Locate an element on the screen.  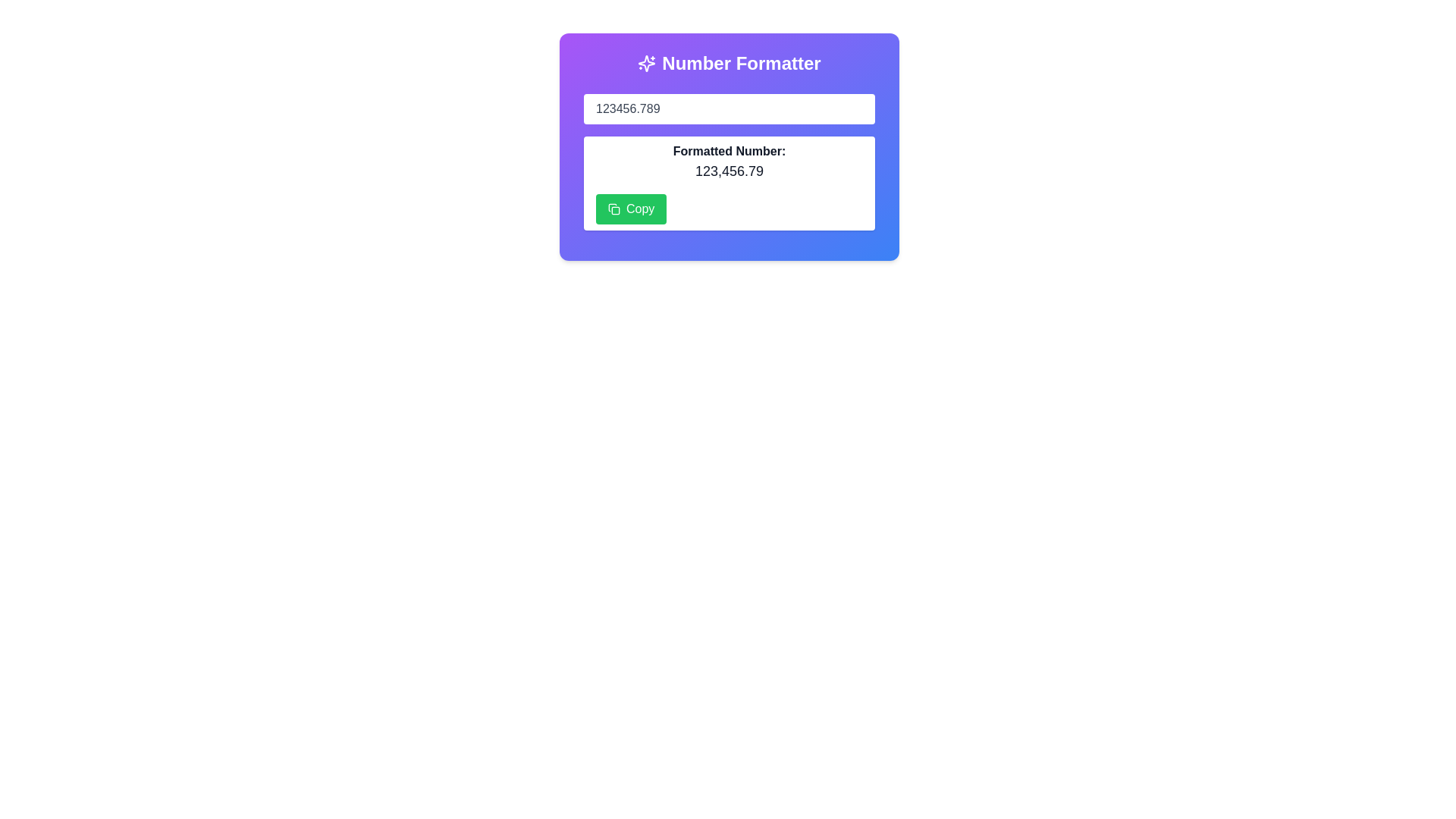
the icon that visually represents the functionality related to formatting or precision, located at the left end of the title 'Number Formatter' at the top of the panel is located at coordinates (647, 63).